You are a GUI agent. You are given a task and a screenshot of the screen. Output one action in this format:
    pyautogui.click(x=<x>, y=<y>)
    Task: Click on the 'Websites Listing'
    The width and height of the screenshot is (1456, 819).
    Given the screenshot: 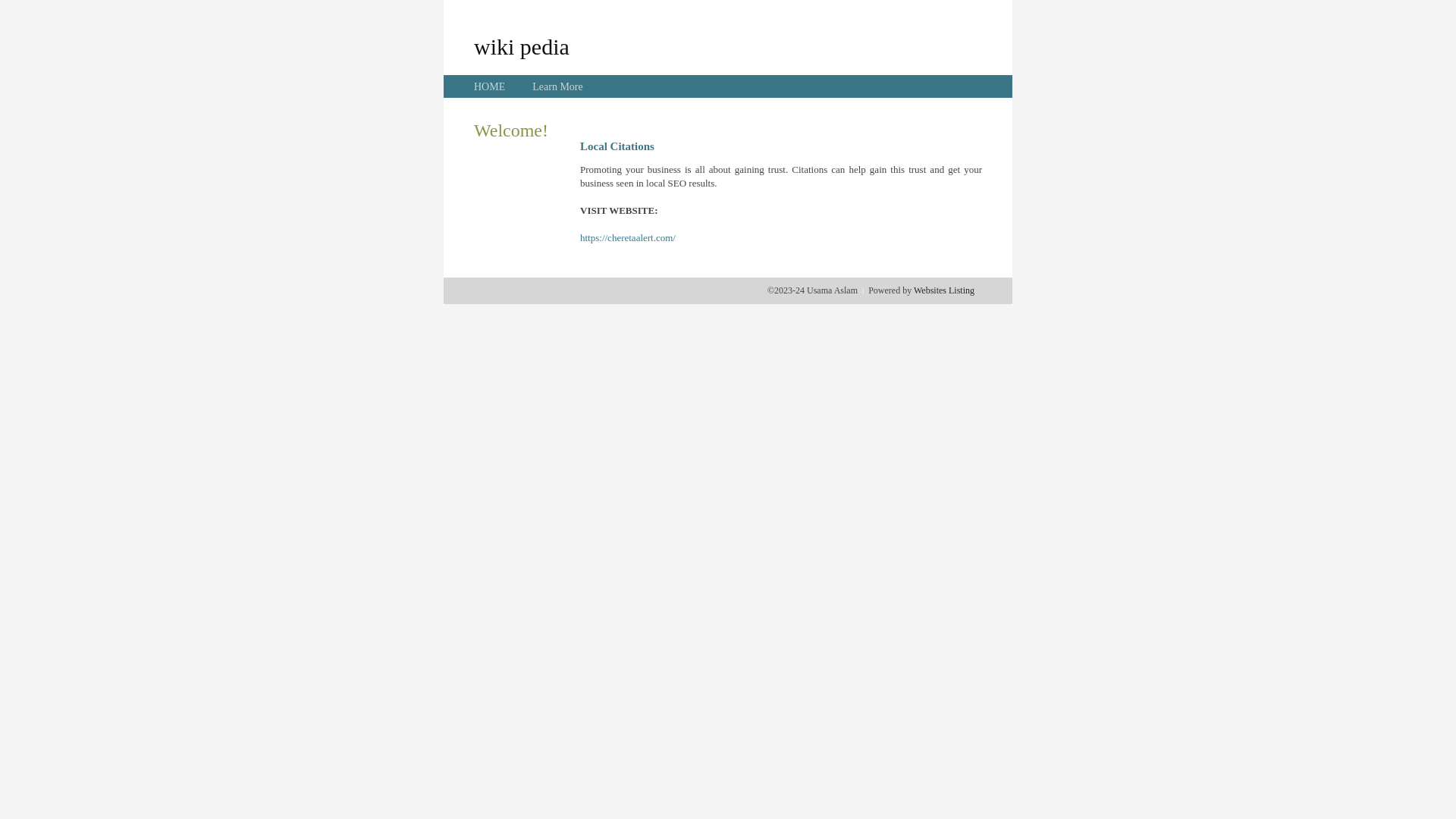 What is the action you would take?
    pyautogui.click(x=943, y=290)
    